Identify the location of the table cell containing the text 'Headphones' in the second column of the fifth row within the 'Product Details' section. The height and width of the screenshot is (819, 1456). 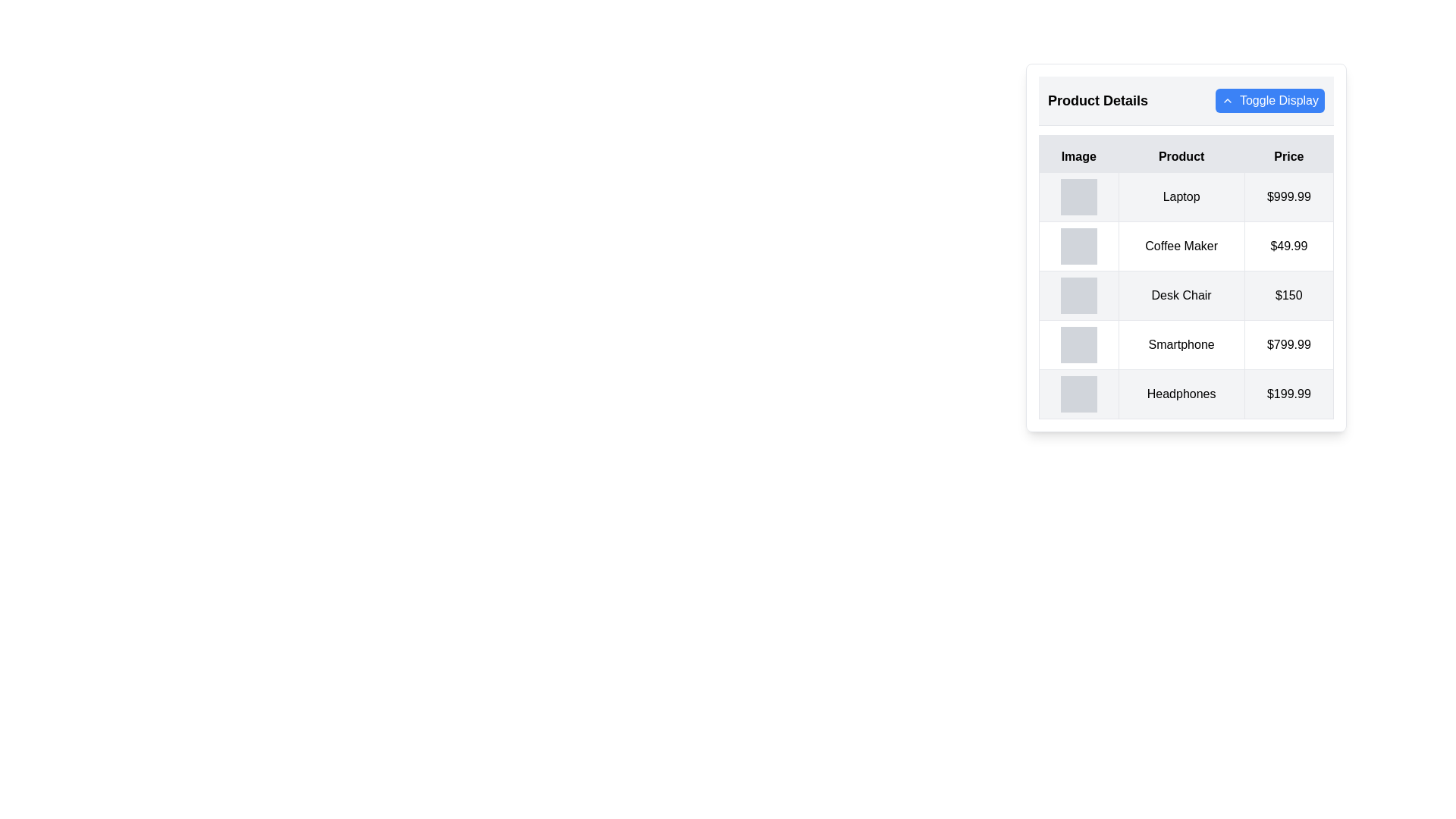
(1181, 394).